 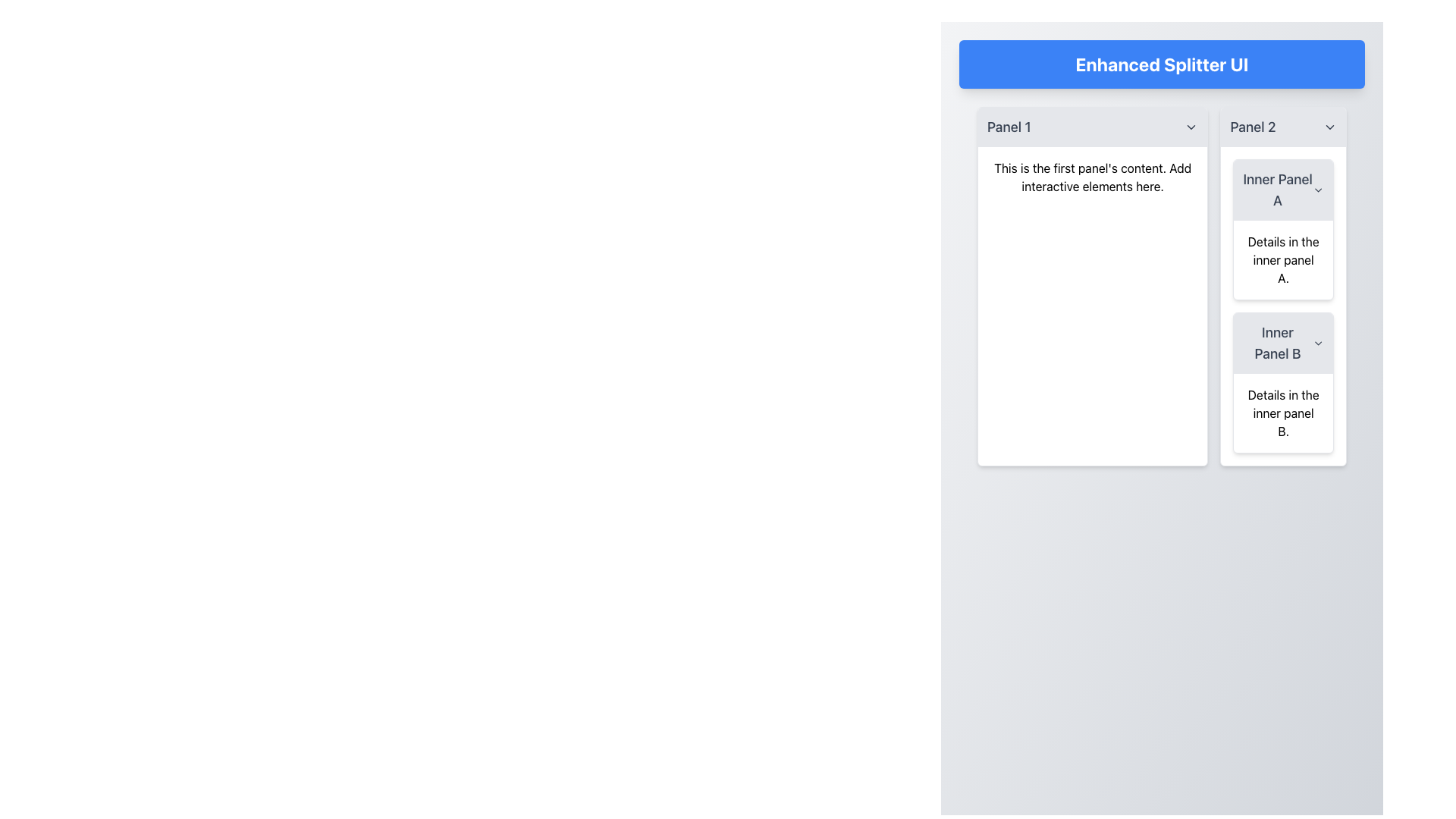 I want to click on the downward-pointing chevron icon with a gray stroke on the right edge of 'Panel 1', so click(x=1191, y=127).